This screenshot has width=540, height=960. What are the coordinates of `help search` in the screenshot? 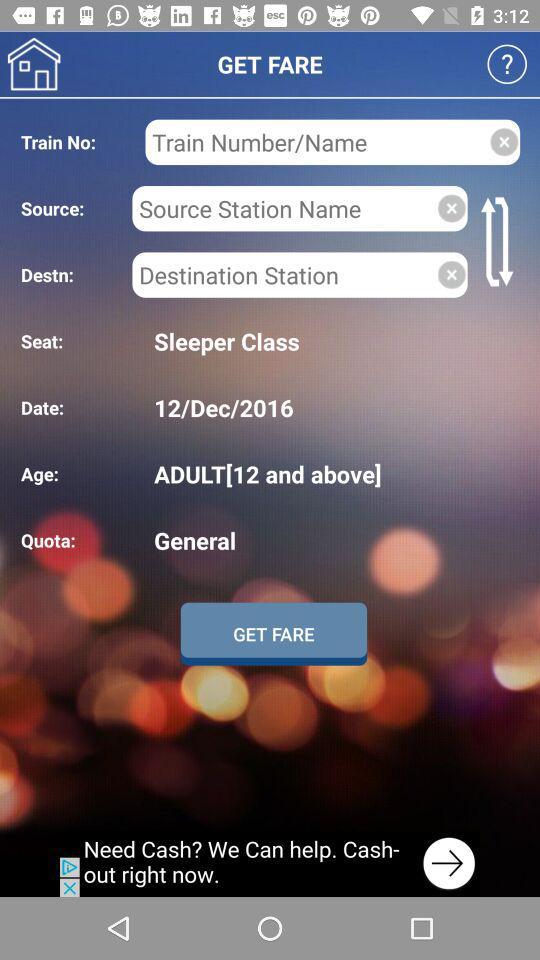 It's located at (507, 64).